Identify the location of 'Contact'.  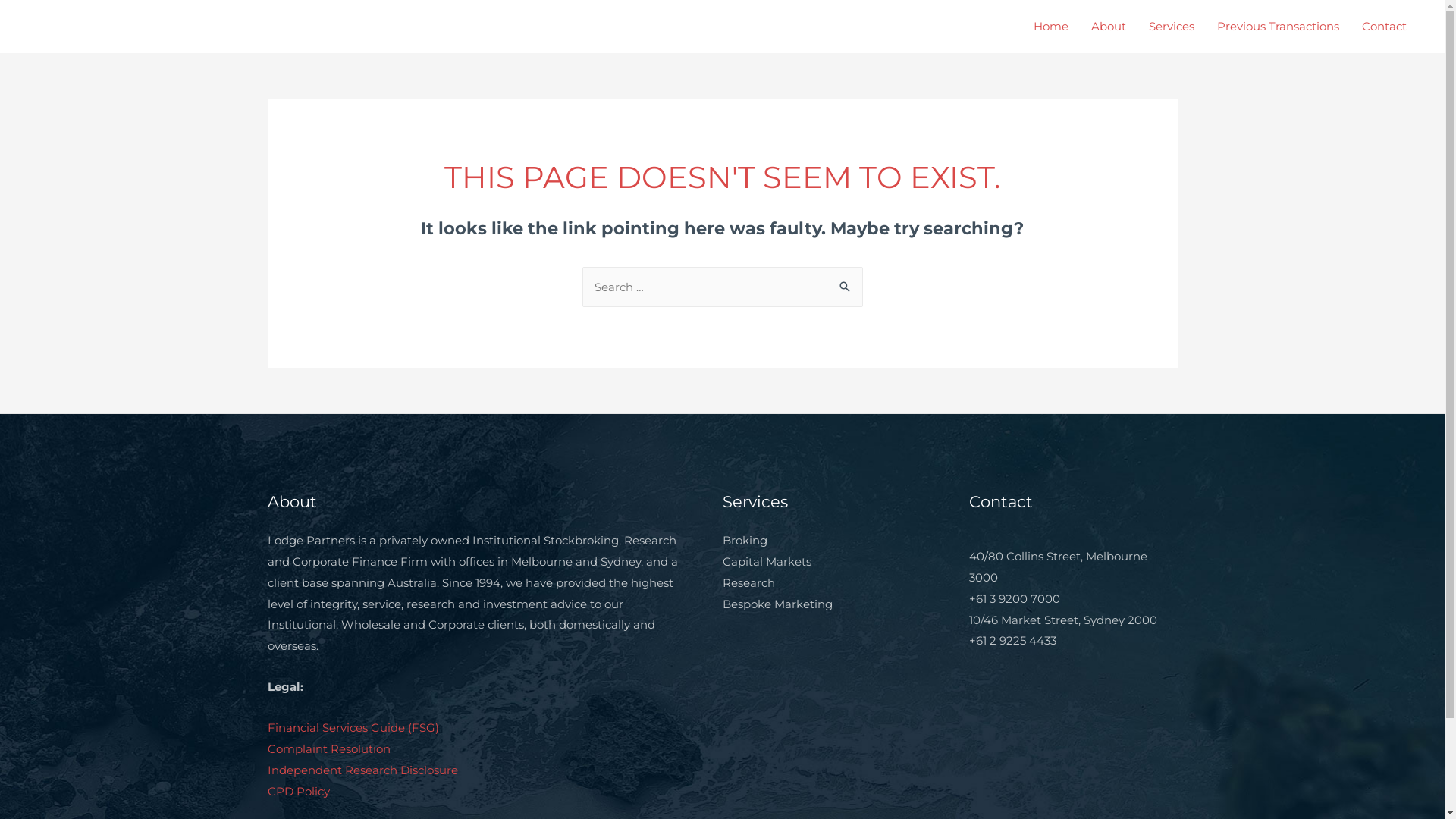
(1350, 26).